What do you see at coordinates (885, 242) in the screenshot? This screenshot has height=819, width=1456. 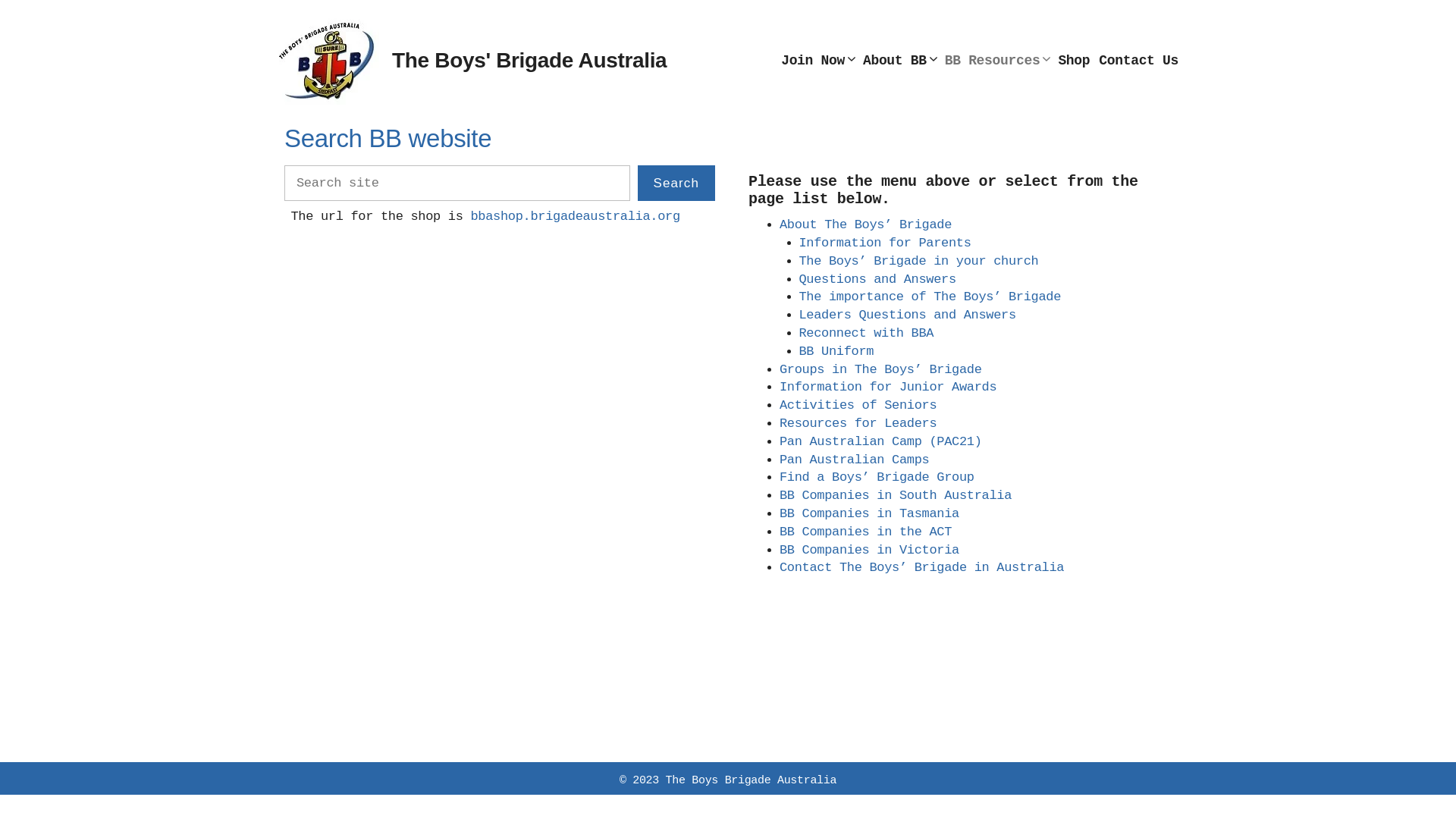 I see `'Information for Parents'` at bounding box center [885, 242].